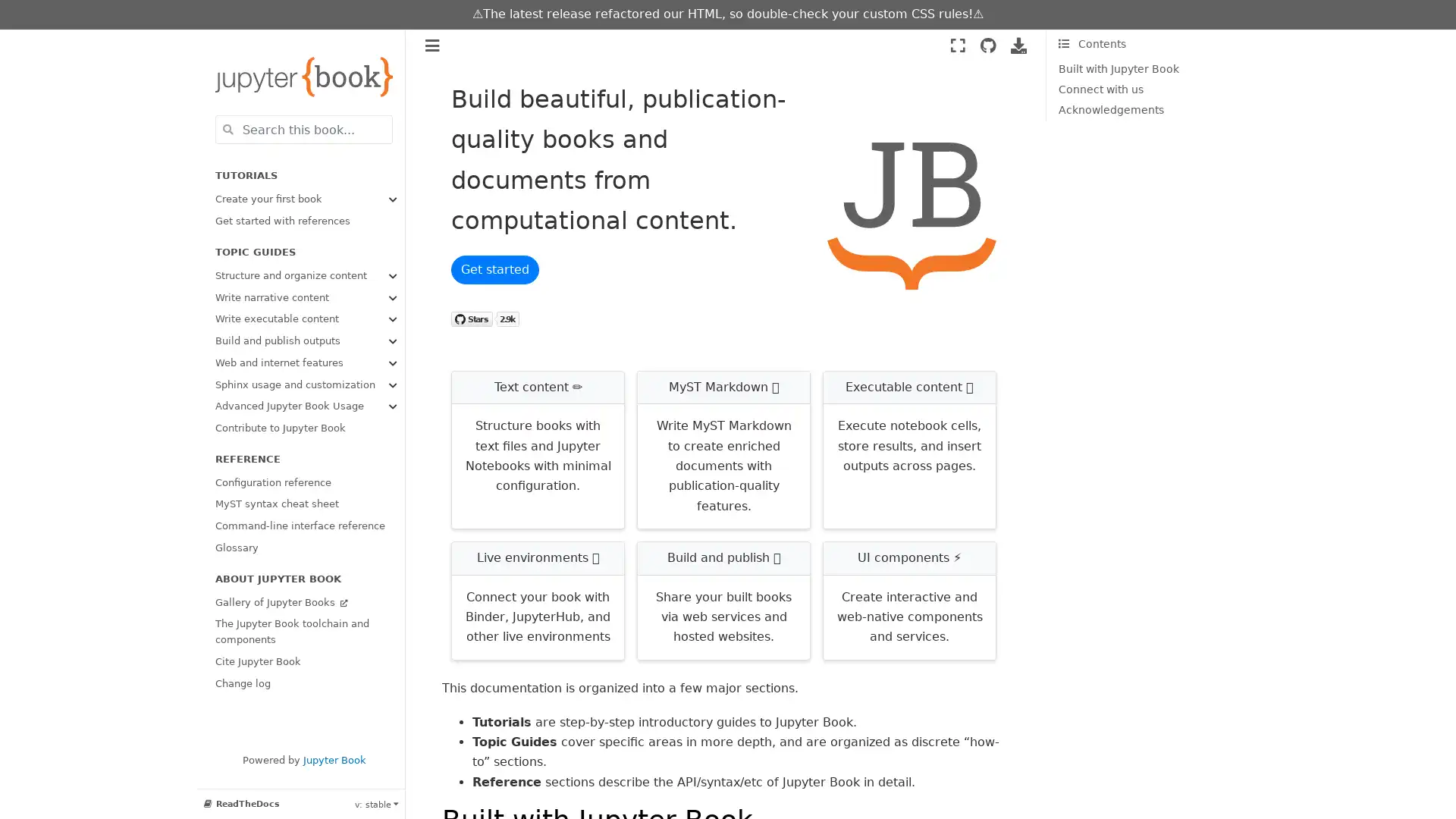 Image resolution: width=1456 pixels, height=819 pixels. I want to click on Download this page, so click(1018, 45).